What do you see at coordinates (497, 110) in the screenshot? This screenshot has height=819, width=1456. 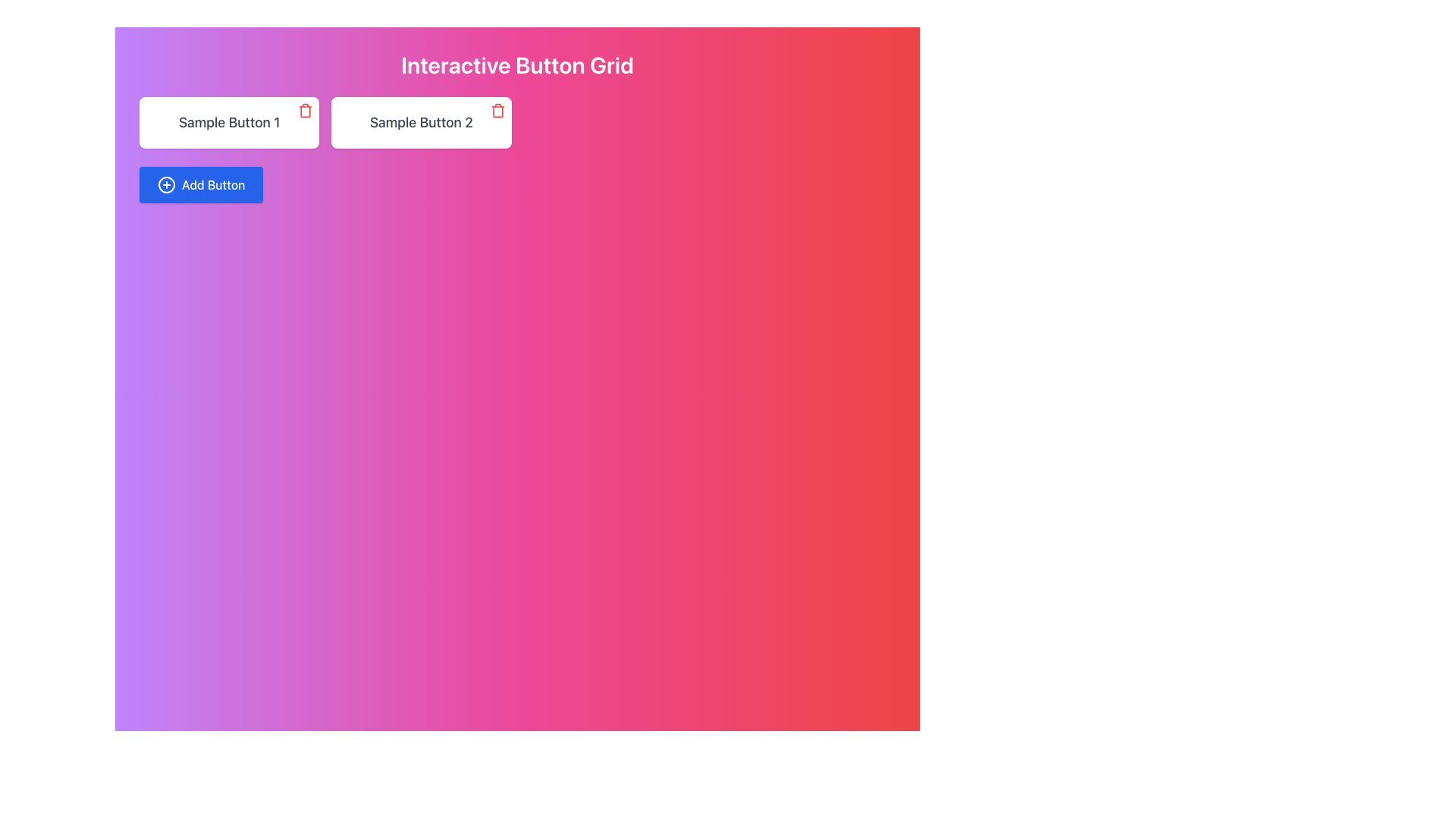 I see `the small red trash bin icon in the top-right corner of the 'Sample Button 2' card` at bounding box center [497, 110].